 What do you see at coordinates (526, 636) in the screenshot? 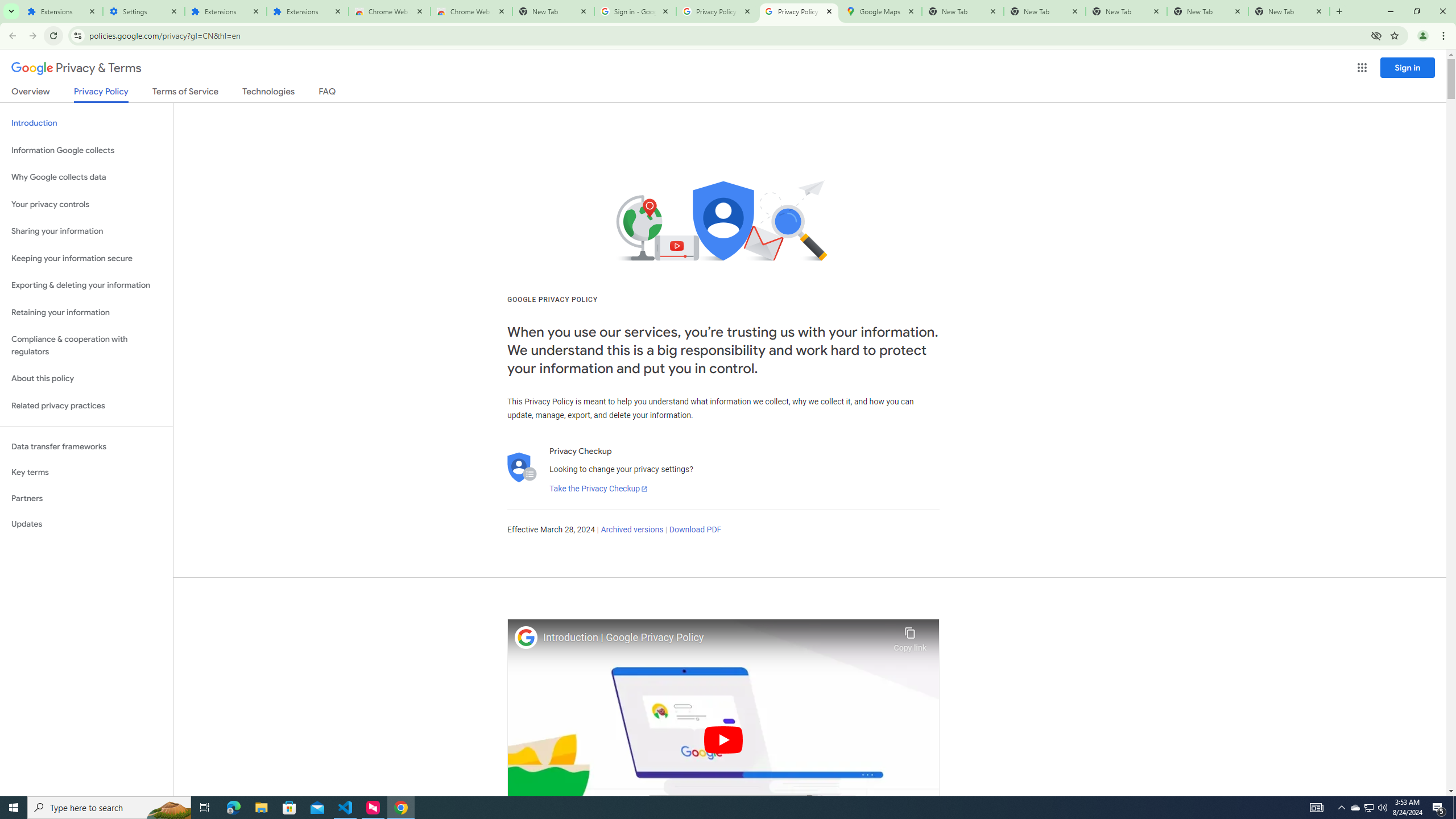
I see `'Photo image of Google'` at bounding box center [526, 636].